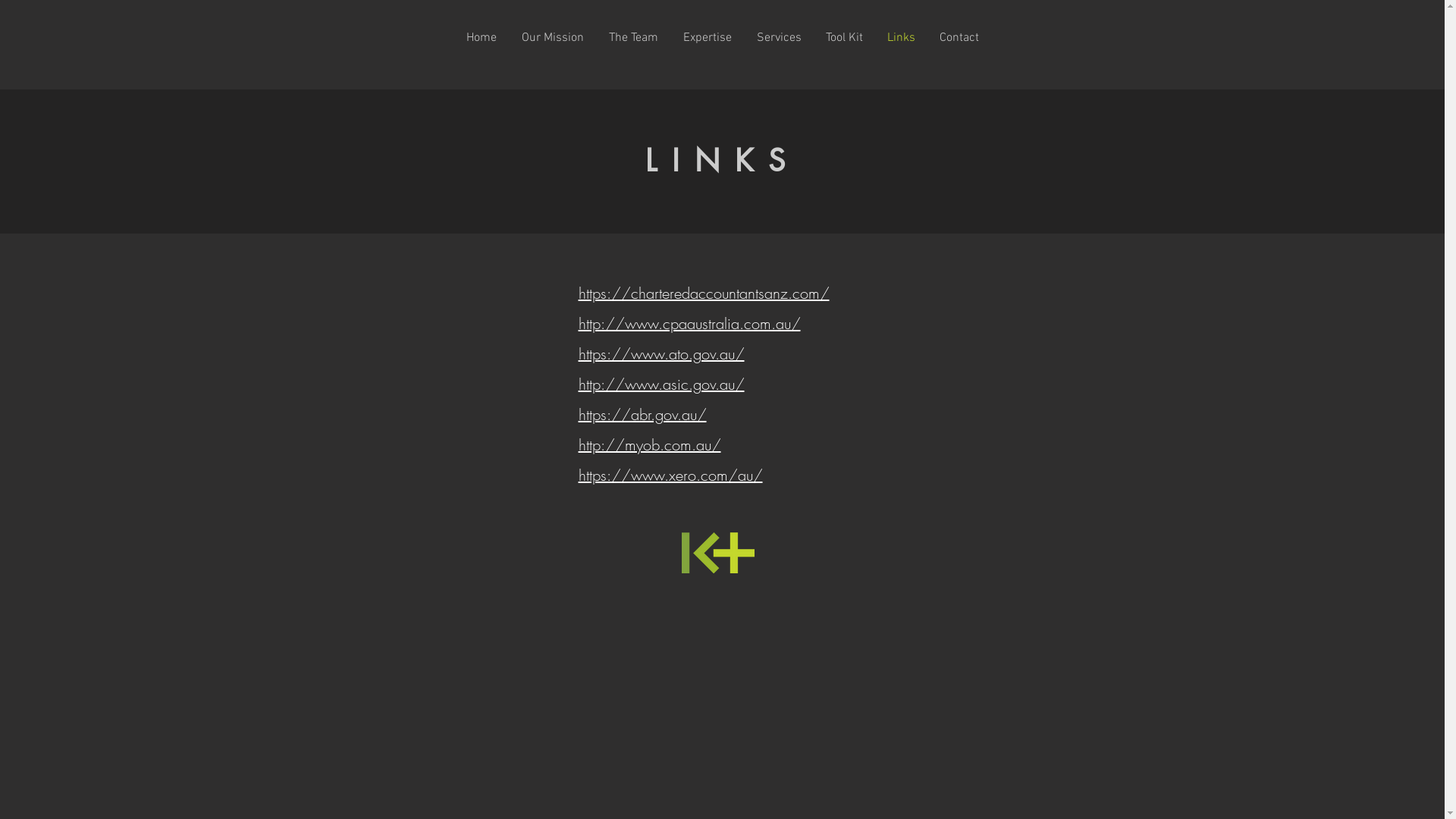 This screenshot has height=819, width=1456. I want to click on 'Contact', so click(957, 37).